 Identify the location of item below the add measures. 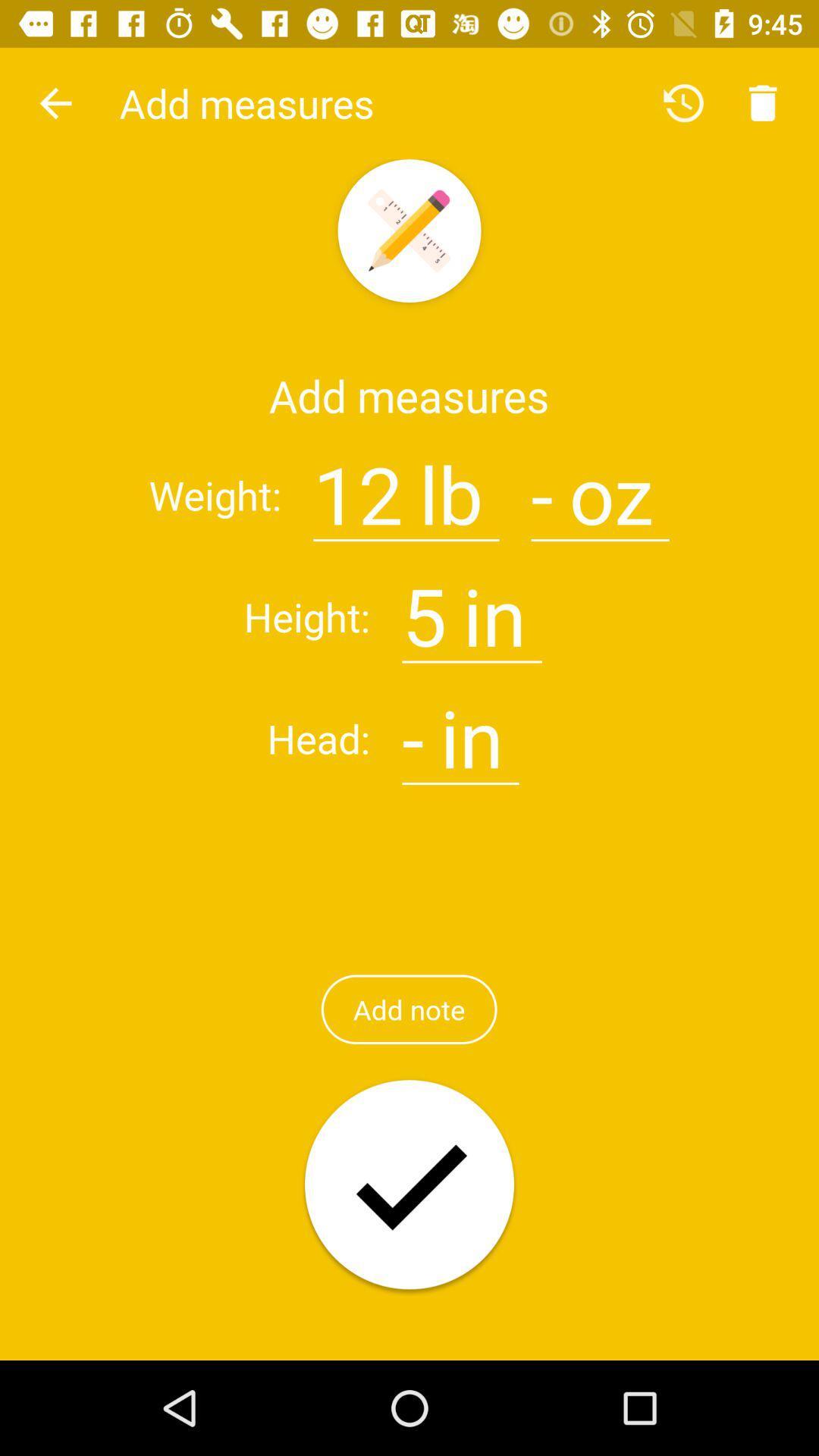
(358, 485).